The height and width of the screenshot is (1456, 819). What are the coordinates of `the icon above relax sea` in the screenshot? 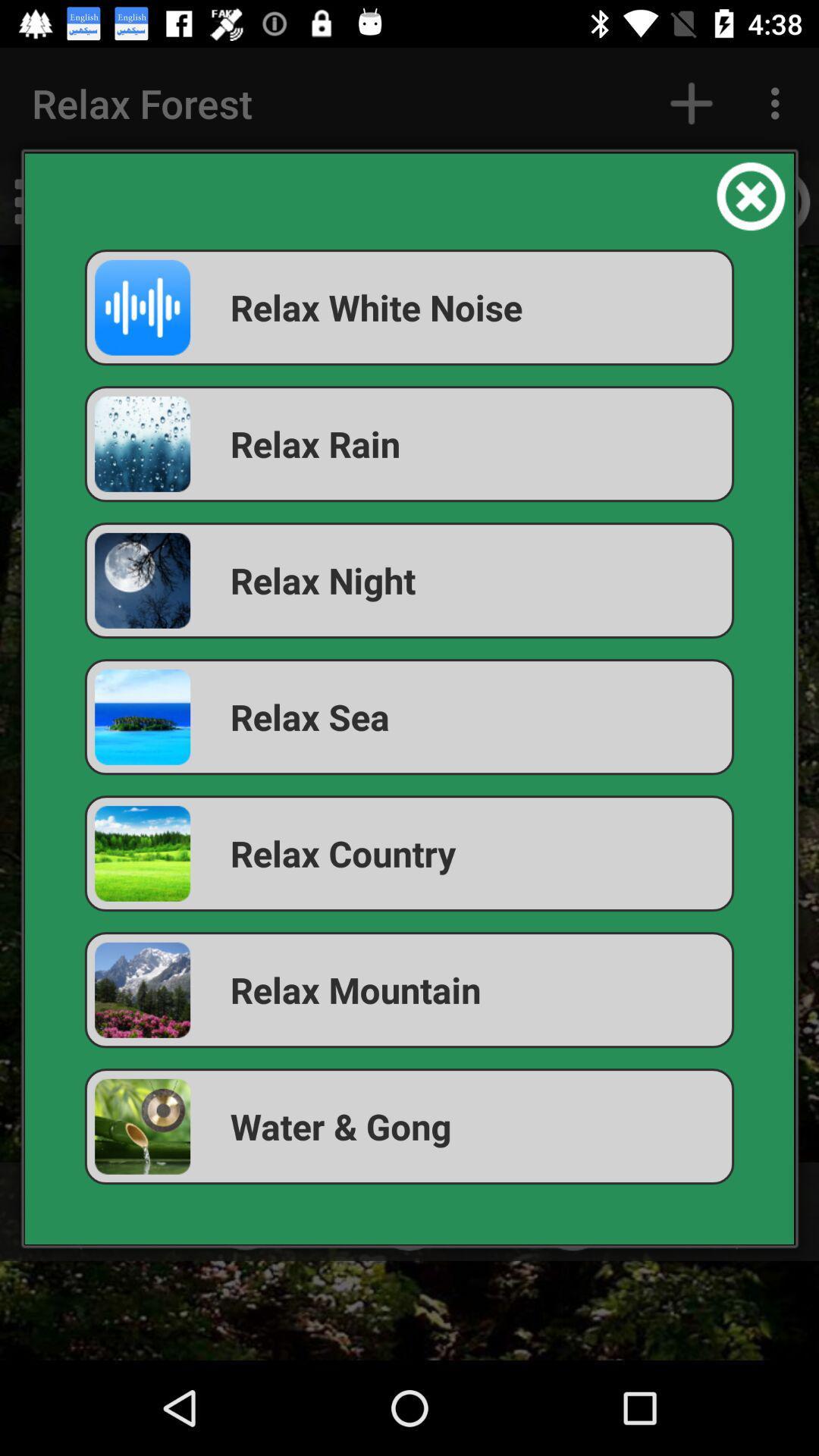 It's located at (409, 579).